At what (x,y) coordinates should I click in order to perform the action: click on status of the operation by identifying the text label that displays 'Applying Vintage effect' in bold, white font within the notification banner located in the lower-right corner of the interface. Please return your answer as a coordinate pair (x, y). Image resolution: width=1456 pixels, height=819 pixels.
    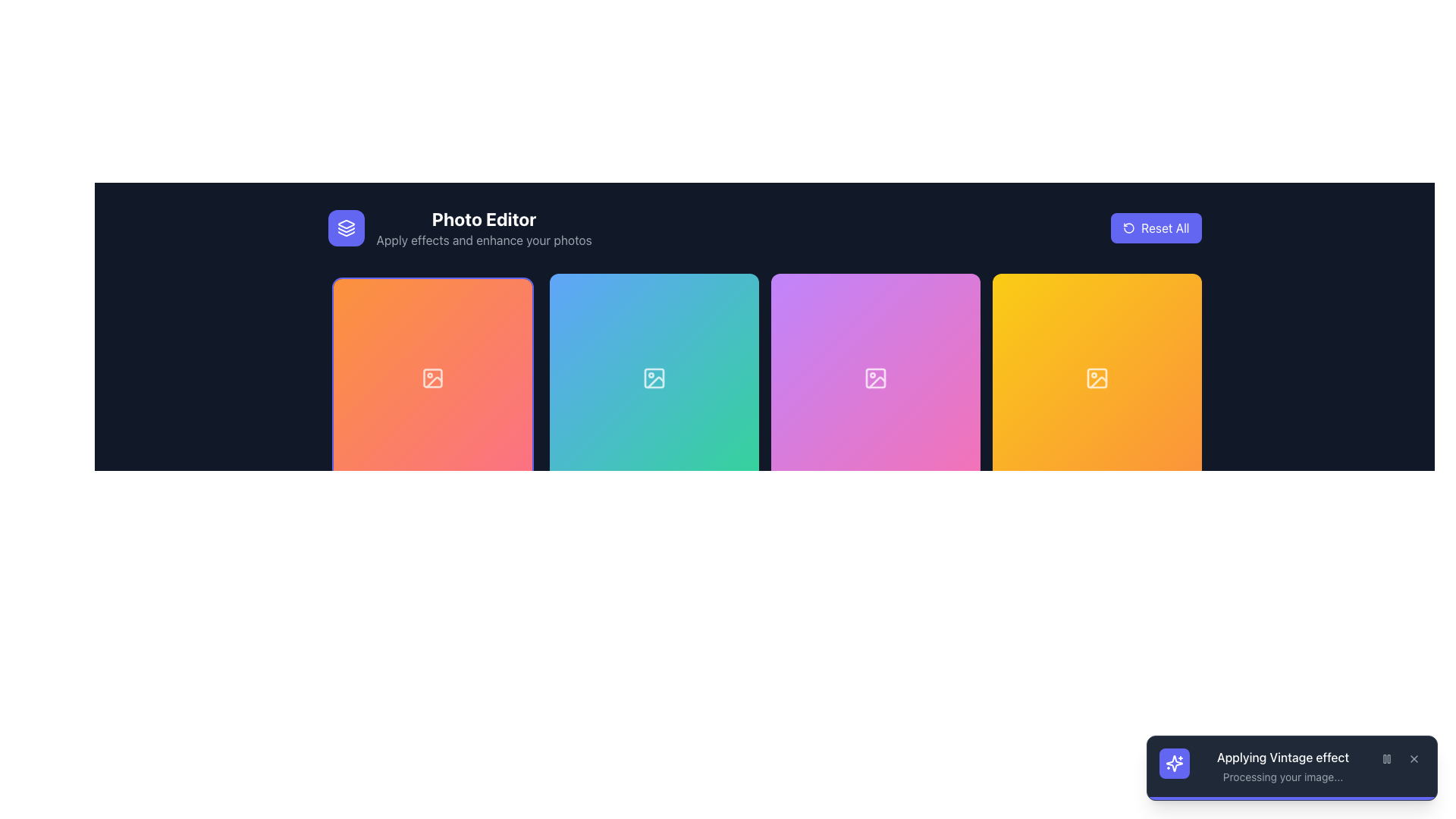
    Looking at the image, I should click on (1282, 758).